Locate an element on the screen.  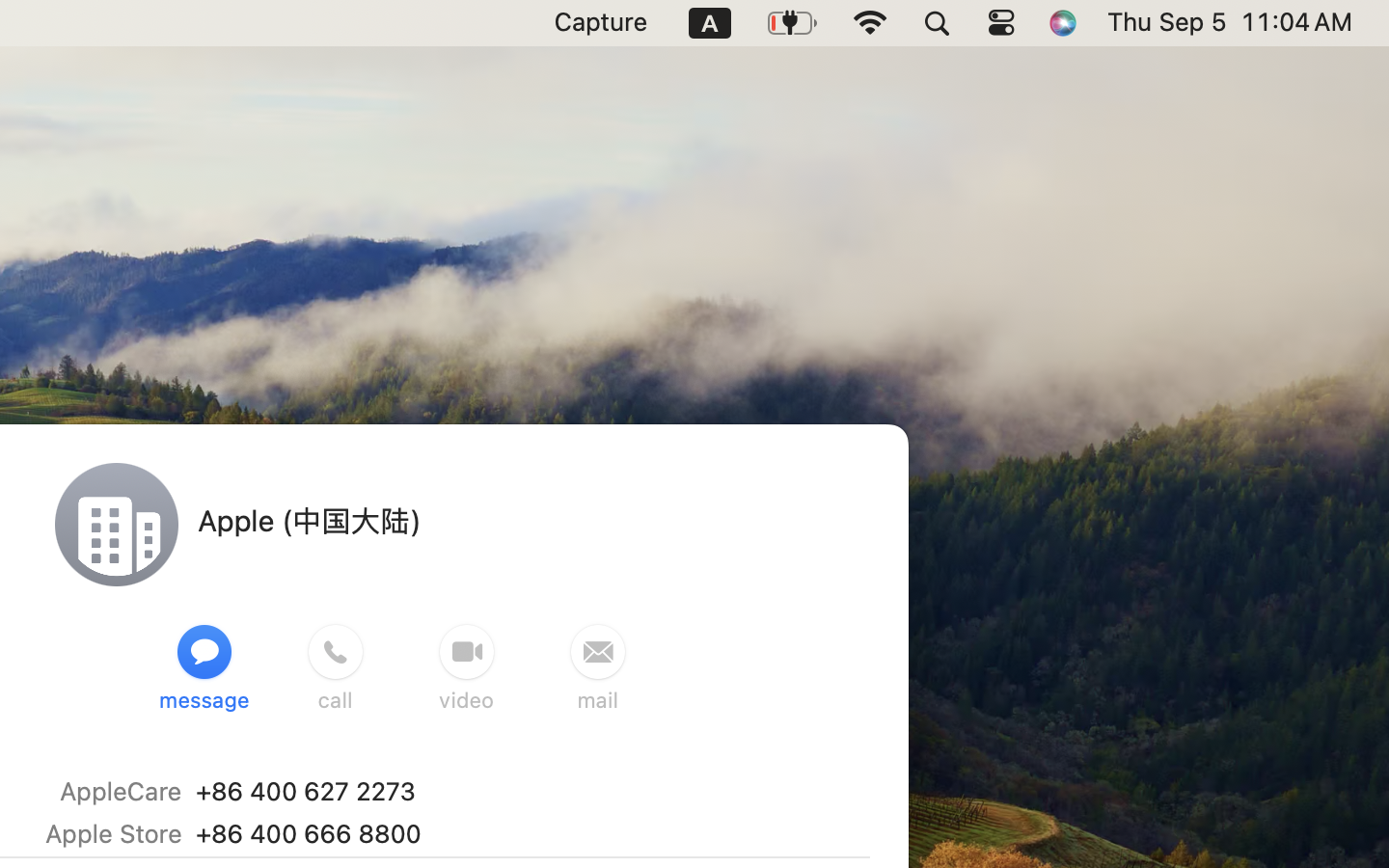
'AppleCare' is located at coordinates (119, 790).